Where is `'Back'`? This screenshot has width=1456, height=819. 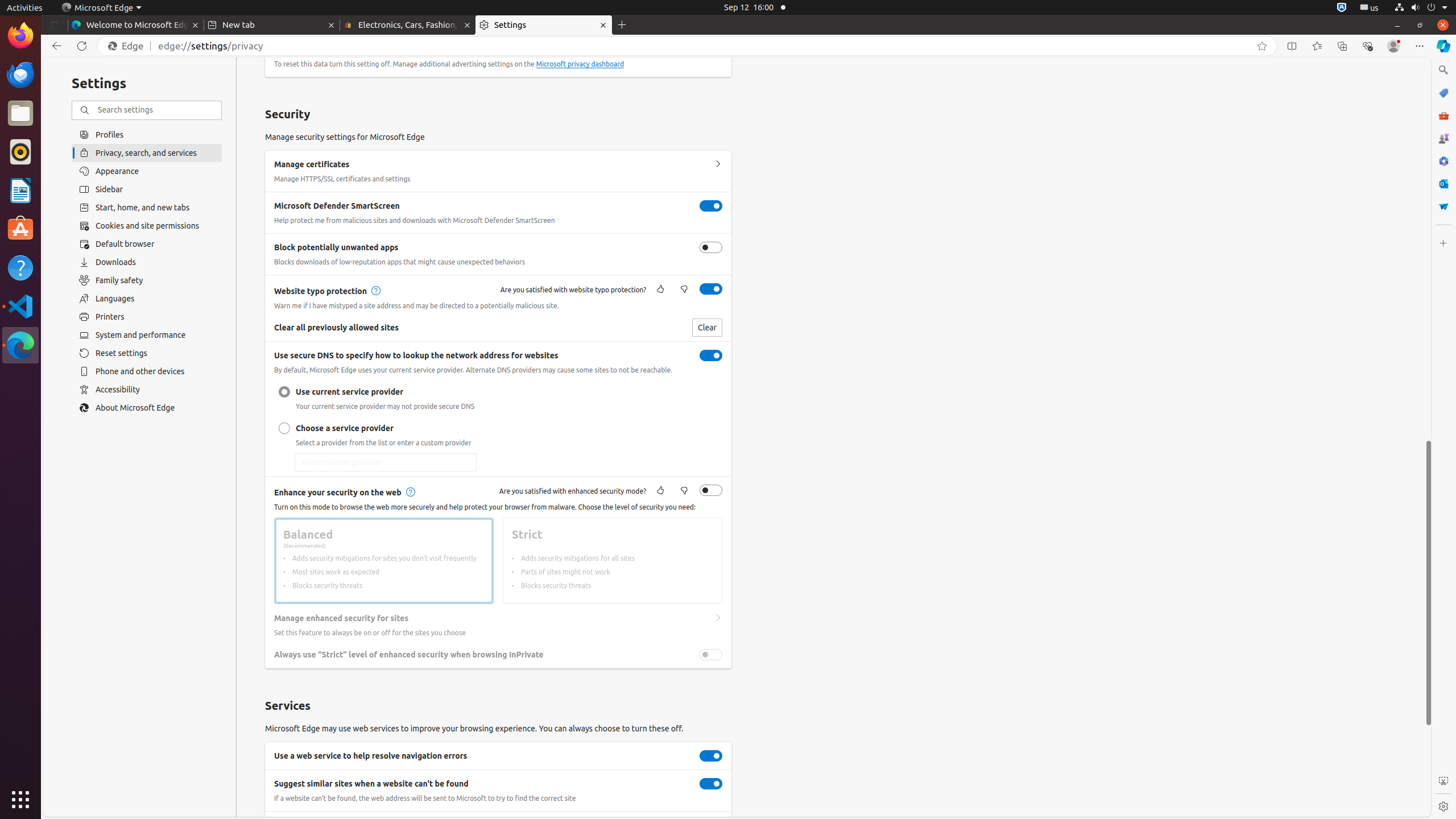 'Back' is located at coordinates (54, 45).